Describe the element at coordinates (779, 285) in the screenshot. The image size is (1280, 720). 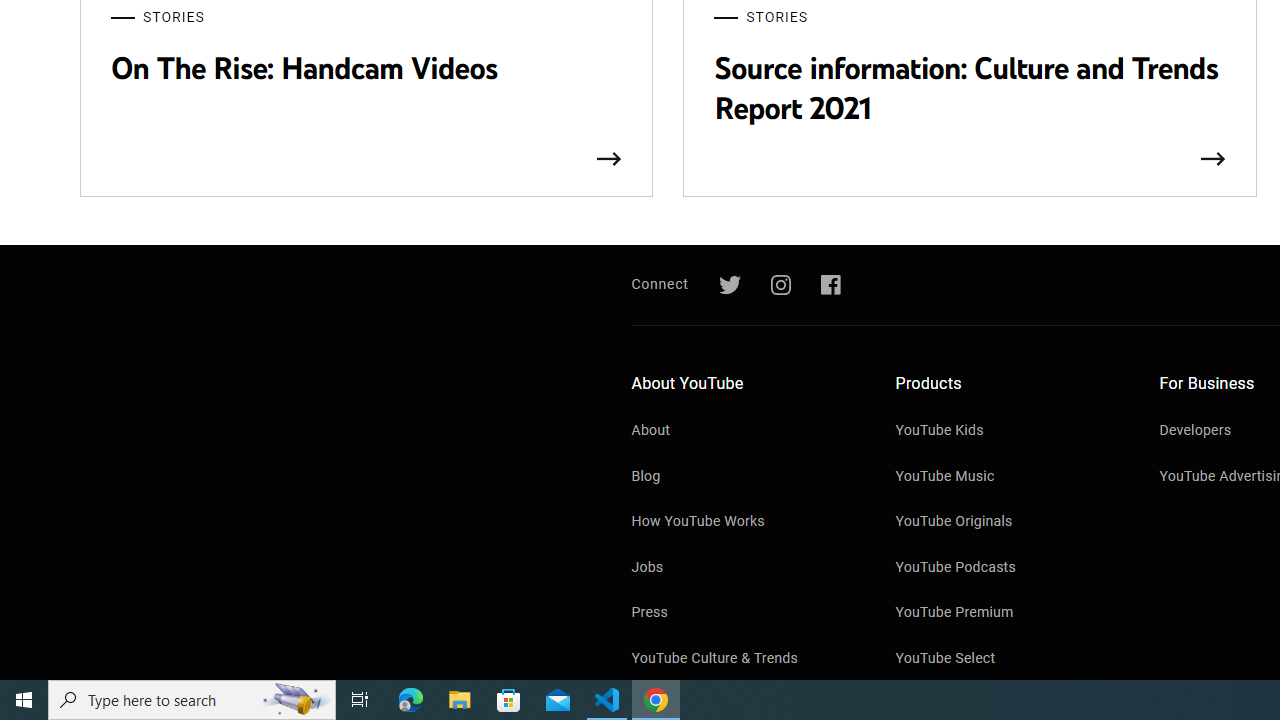
I see `'Instagram'` at that location.